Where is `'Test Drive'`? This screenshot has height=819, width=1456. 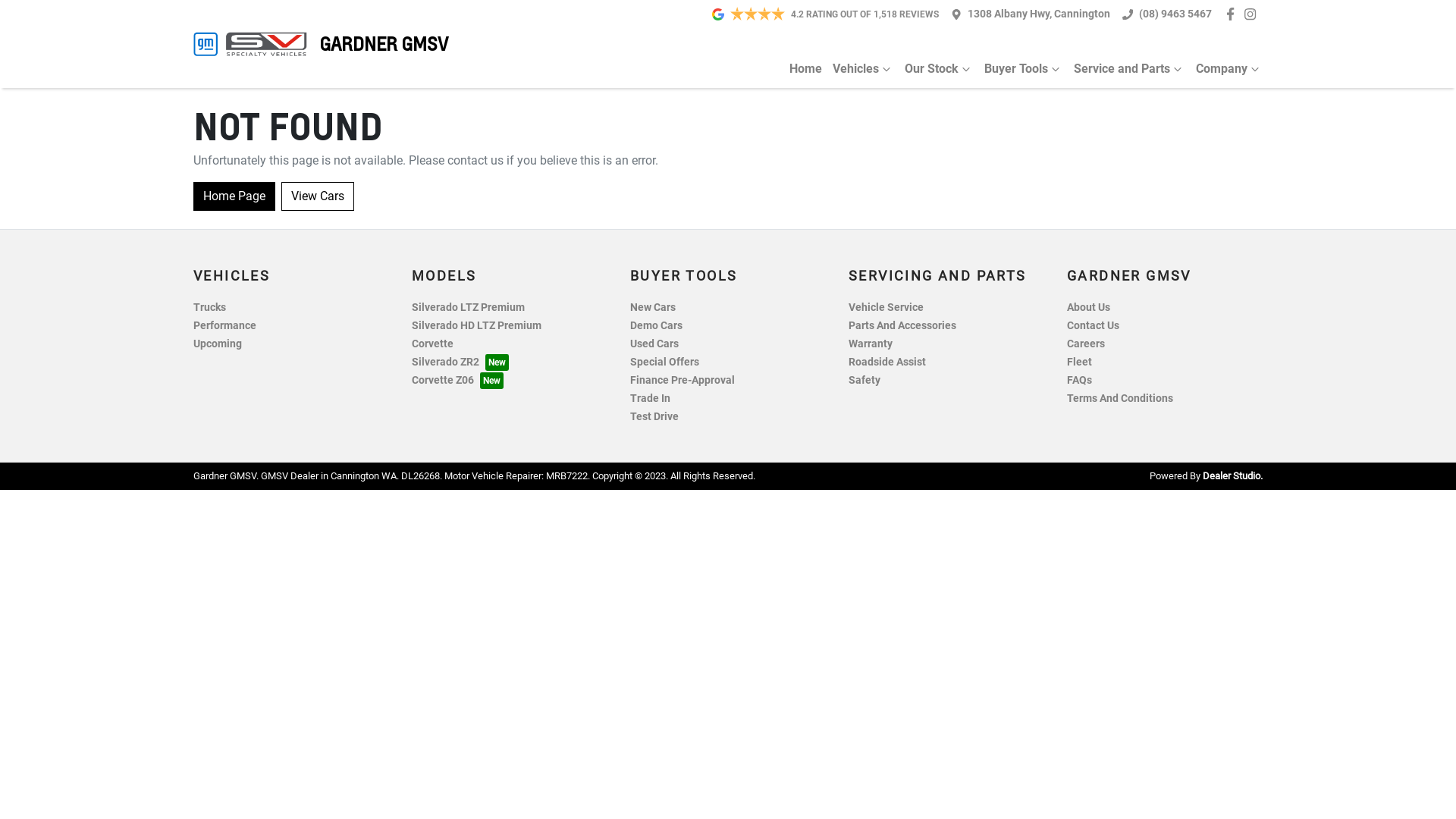
'Test Drive' is located at coordinates (654, 416).